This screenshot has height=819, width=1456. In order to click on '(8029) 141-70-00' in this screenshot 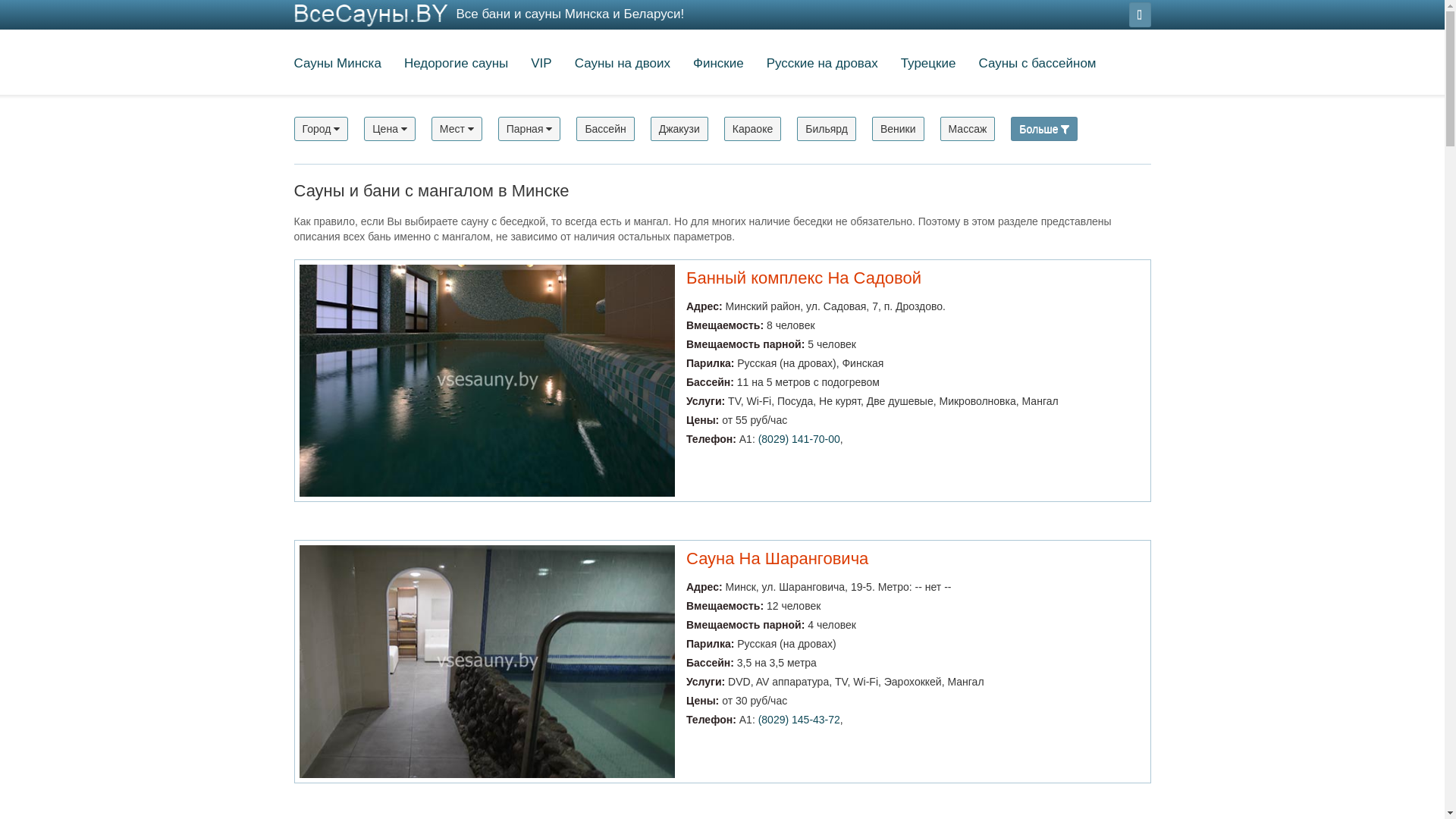, I will do `click(758, 438)`.